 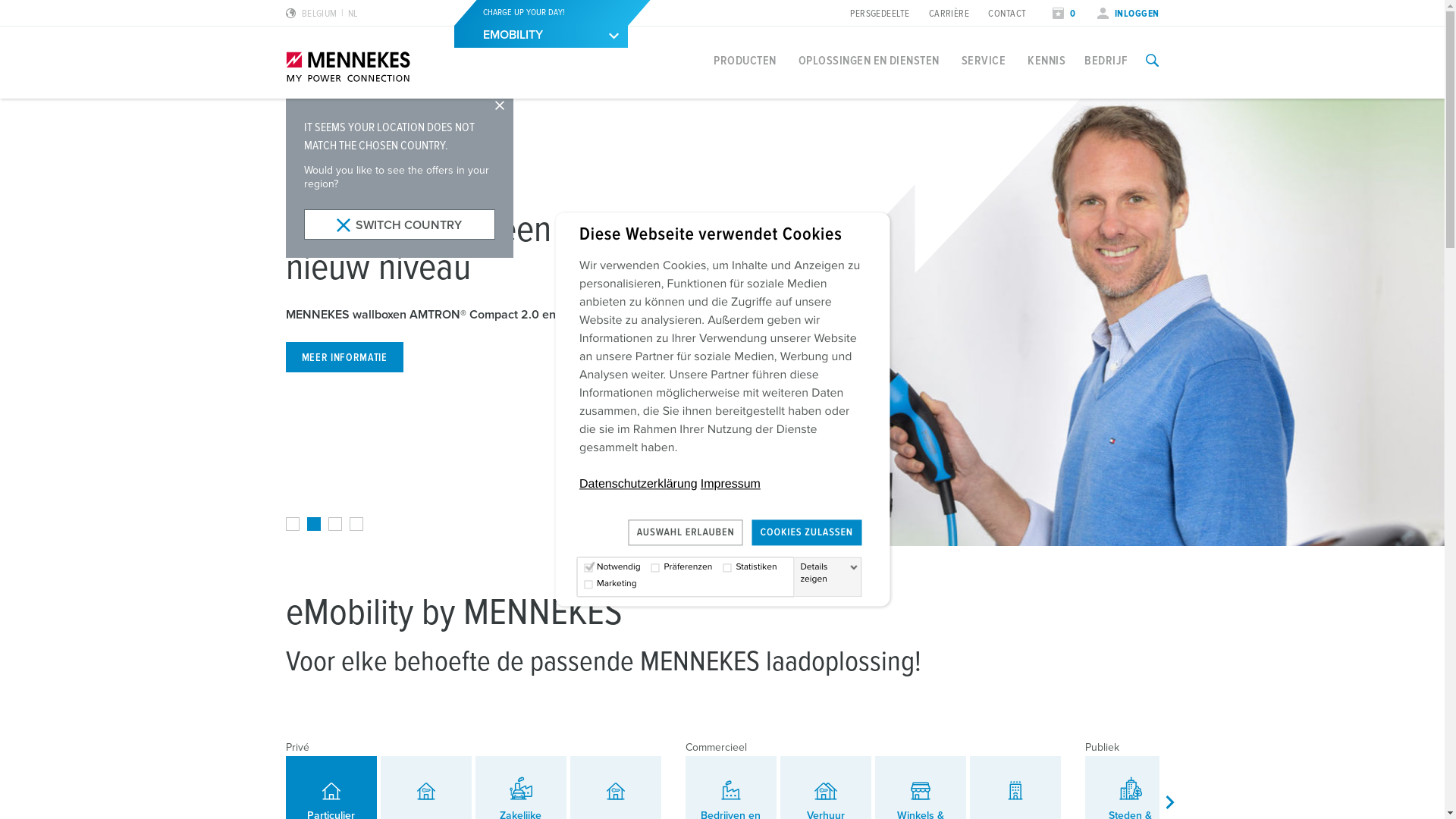 What do you see at coordinates (344, 356) in the screenshot?
I see `'MEER INFORMATIE'` at bounding box center [344, 356].